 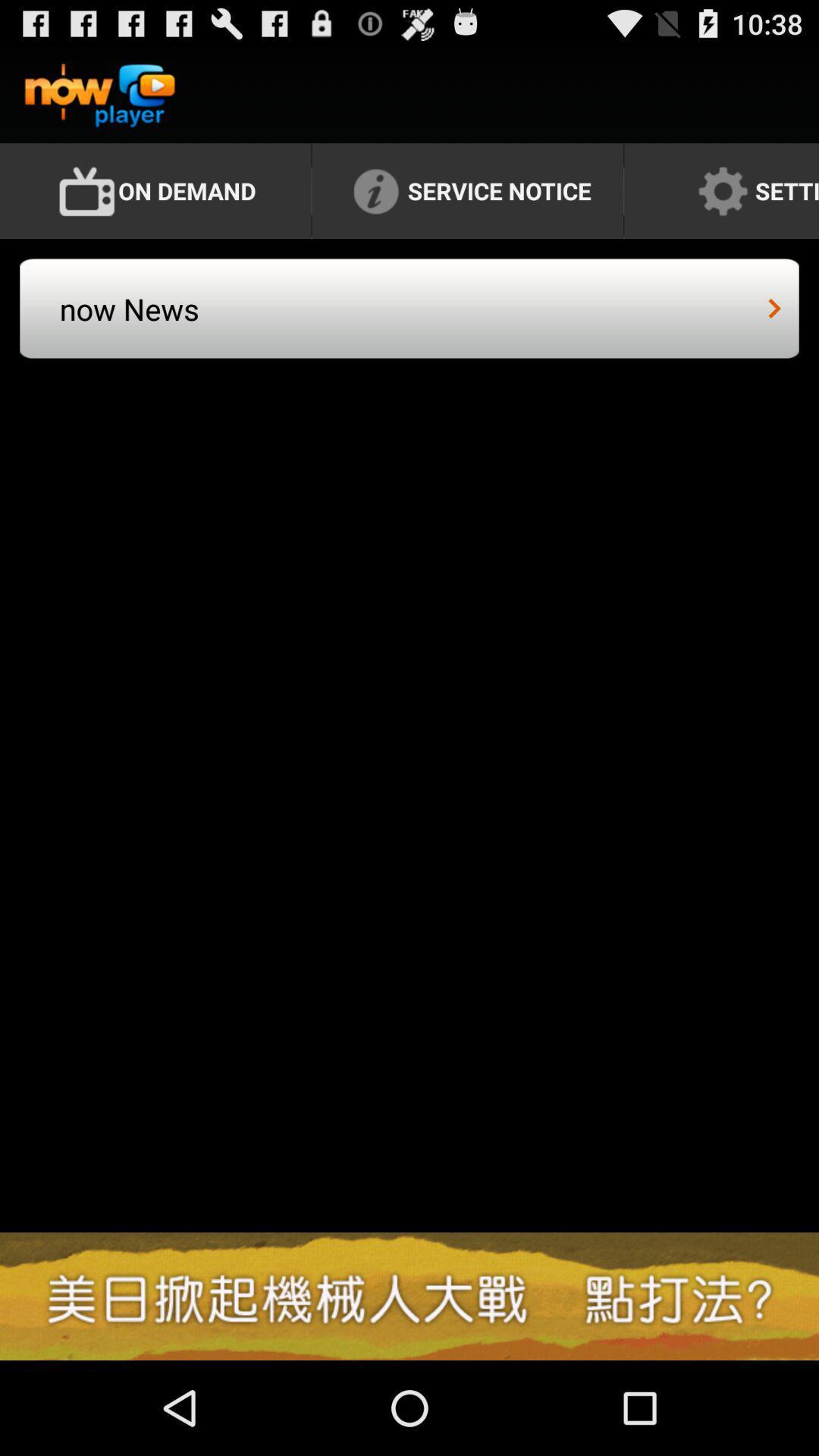 I want to click on the icon to the right of the now news item, so click(x=774, y=307).